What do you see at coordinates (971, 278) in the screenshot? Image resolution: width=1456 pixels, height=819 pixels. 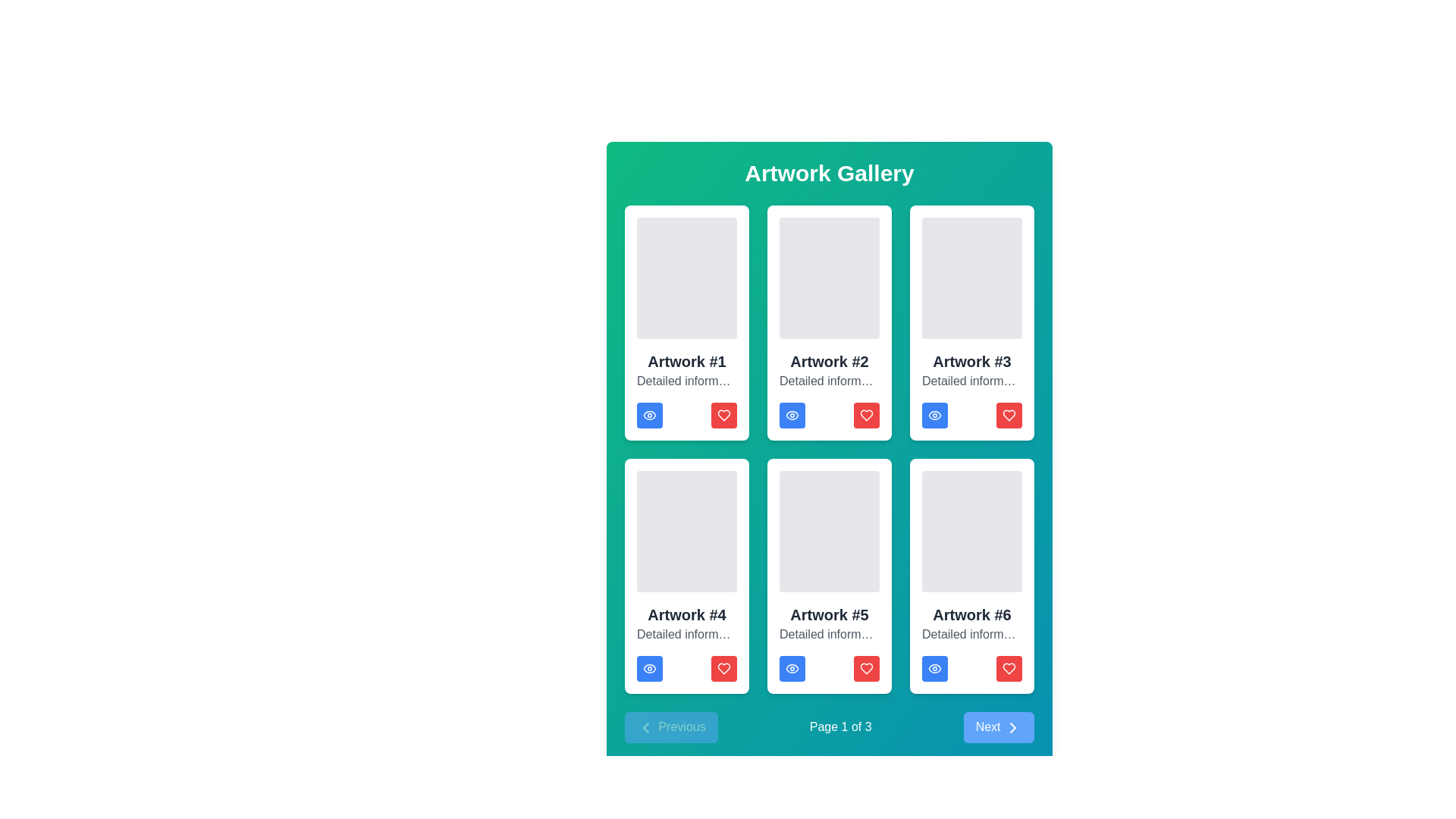 I see `the Image placeholder located at the top of the card labeled 'Artwork #3', which has a light gray background and rounded corners` at bounding box center [971, 278].